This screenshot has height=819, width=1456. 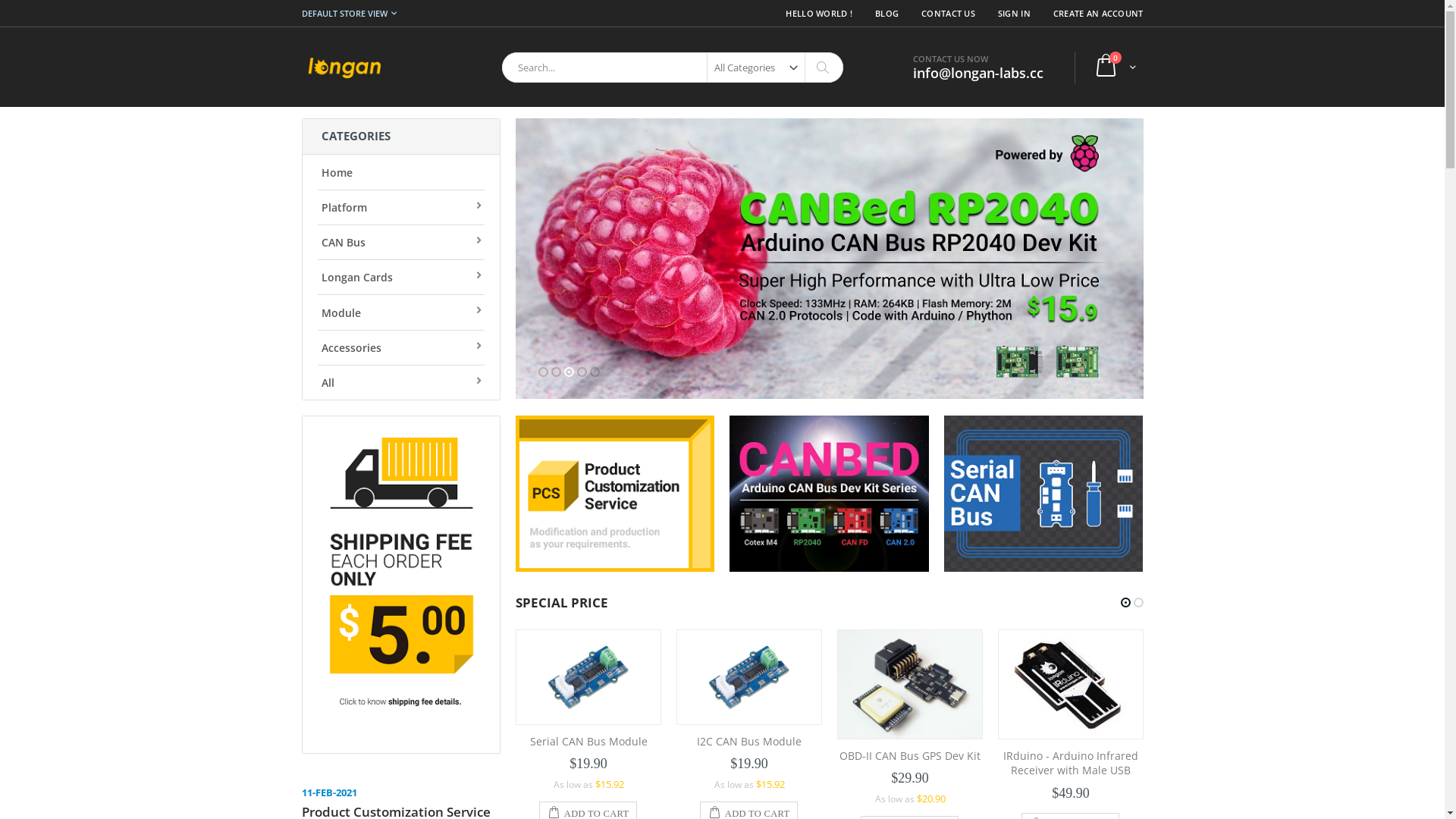 What do you see at coordinates (315, 241) in the screenshot?
I see `'CAN Bus'` at bounding box center [315, 241].